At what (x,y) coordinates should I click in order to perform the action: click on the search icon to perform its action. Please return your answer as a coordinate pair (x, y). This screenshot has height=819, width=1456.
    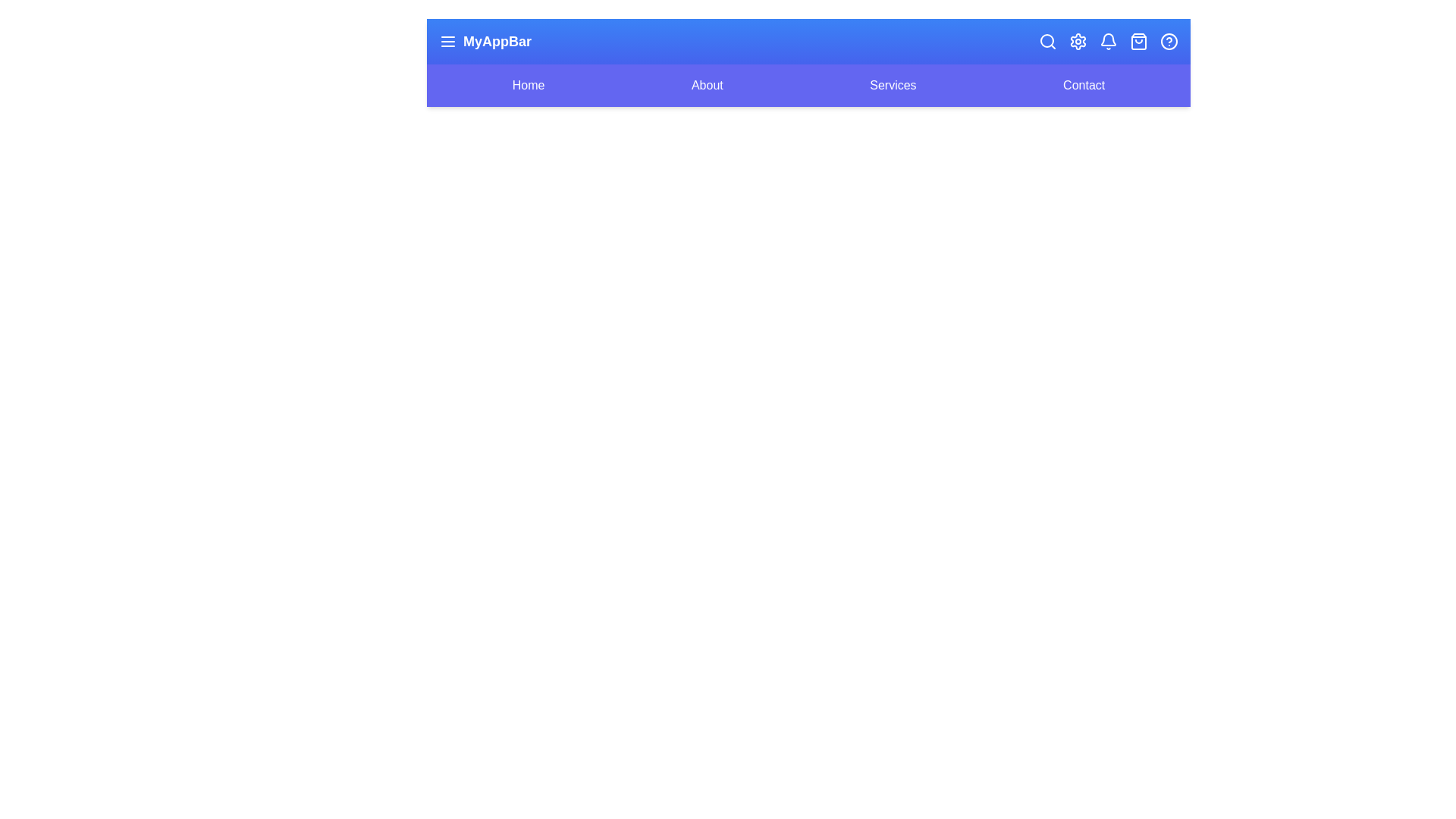
    Looking at the image, I should click on (1047, 40).